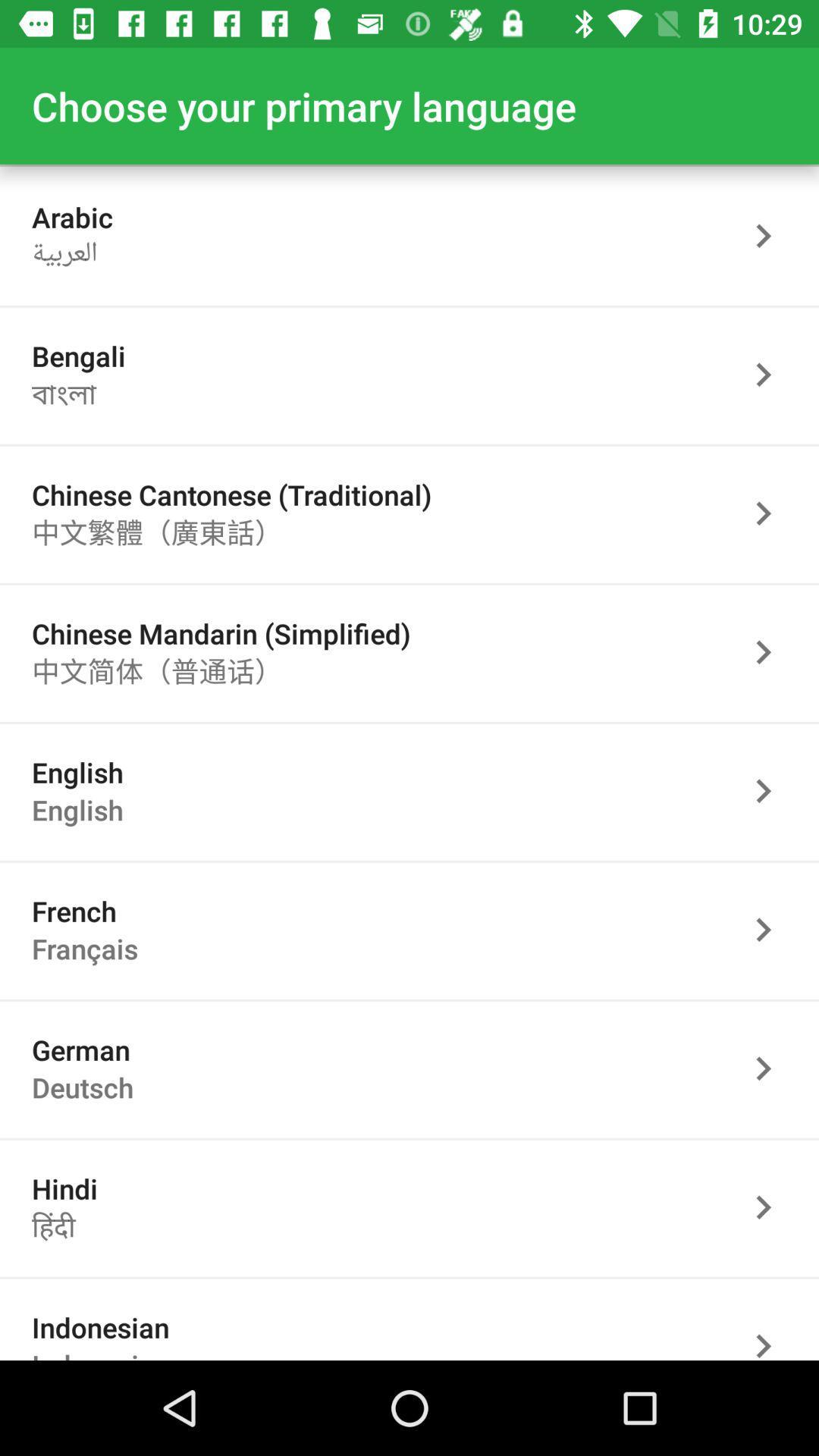 The image size is (819, 1456). I want to click on previous, so click(771, 929).